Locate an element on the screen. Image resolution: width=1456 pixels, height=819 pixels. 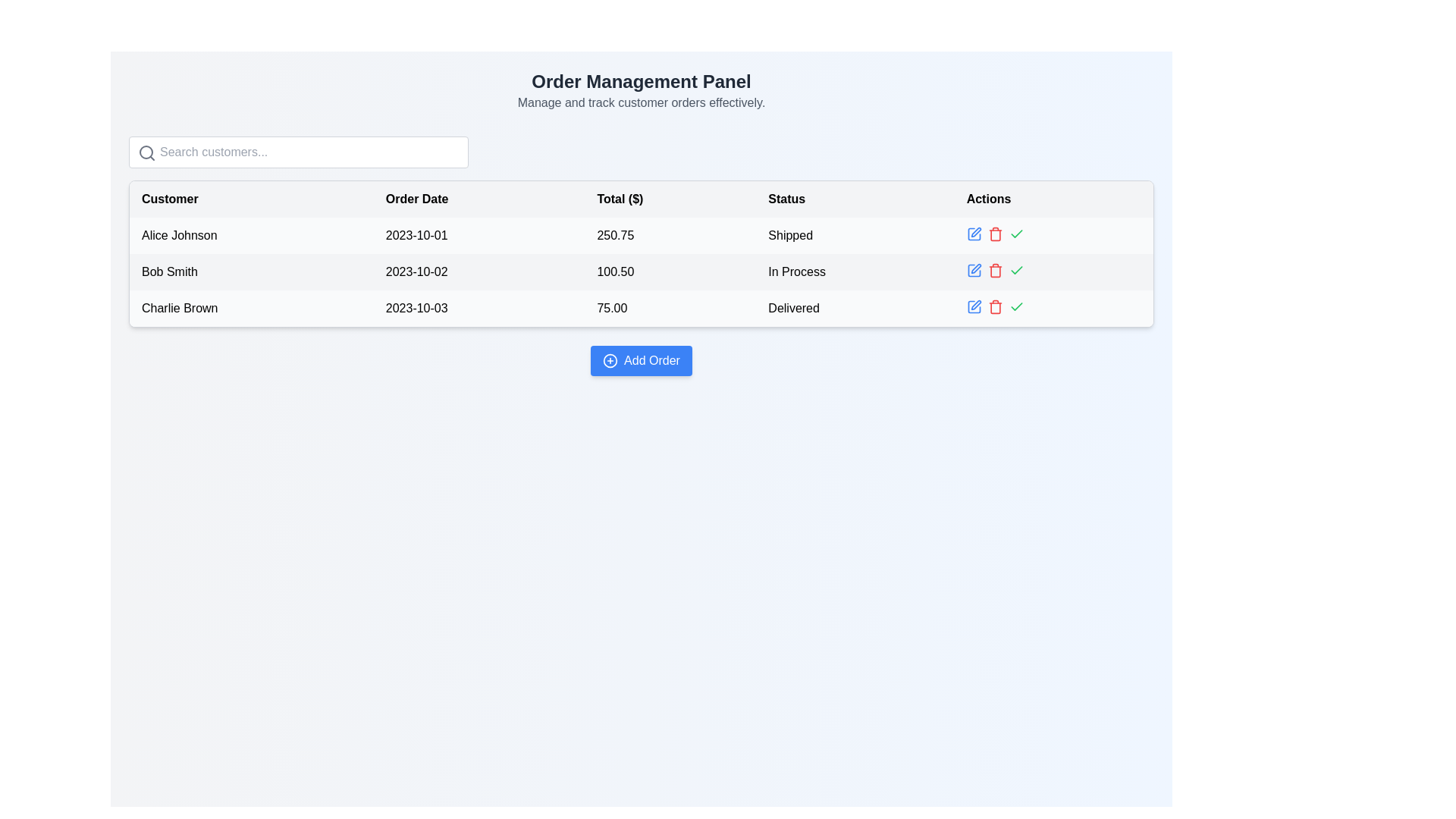
the SVG checkmark icon in the 'Actions' column for 'Bob Smith' is located at coordinates (1016, 306).